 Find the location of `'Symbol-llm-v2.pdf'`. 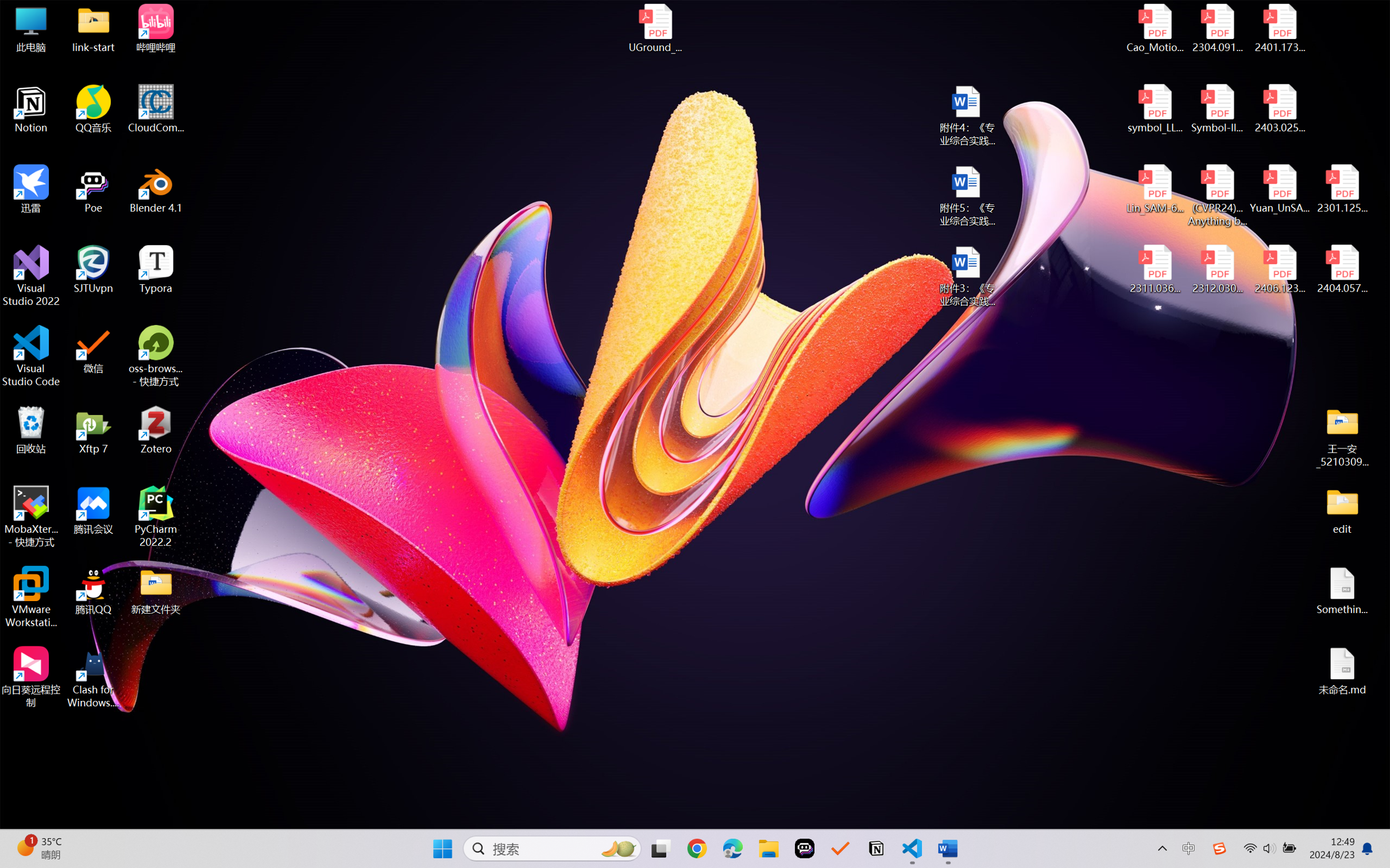

'Symbol-llm-v2.pdf' is located at coordinates (1217, 109).